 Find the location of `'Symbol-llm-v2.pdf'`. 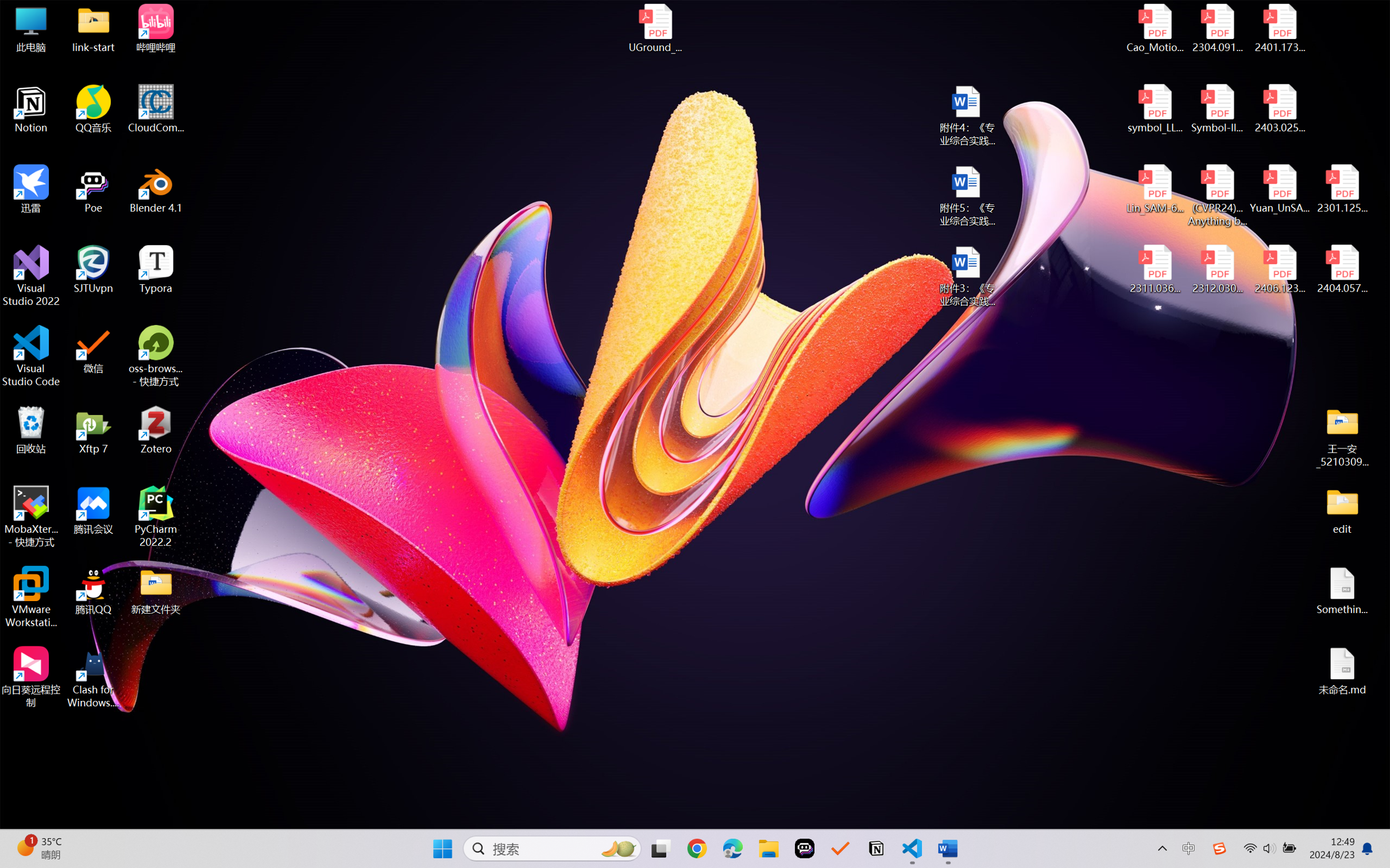

'Symbol-llm-v2.pdf' is located at coordinates (1217, 109).